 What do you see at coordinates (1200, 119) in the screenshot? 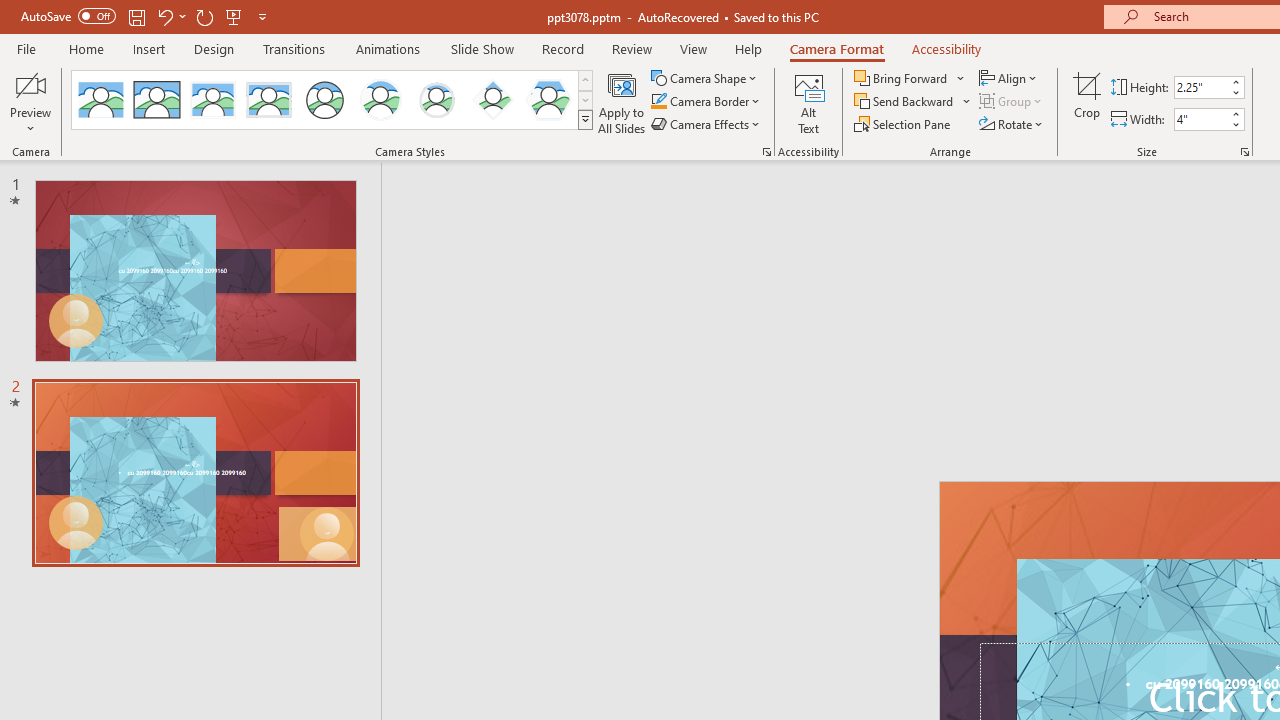
I see `'Cameo Width'` at bounding box center [1200, 119].